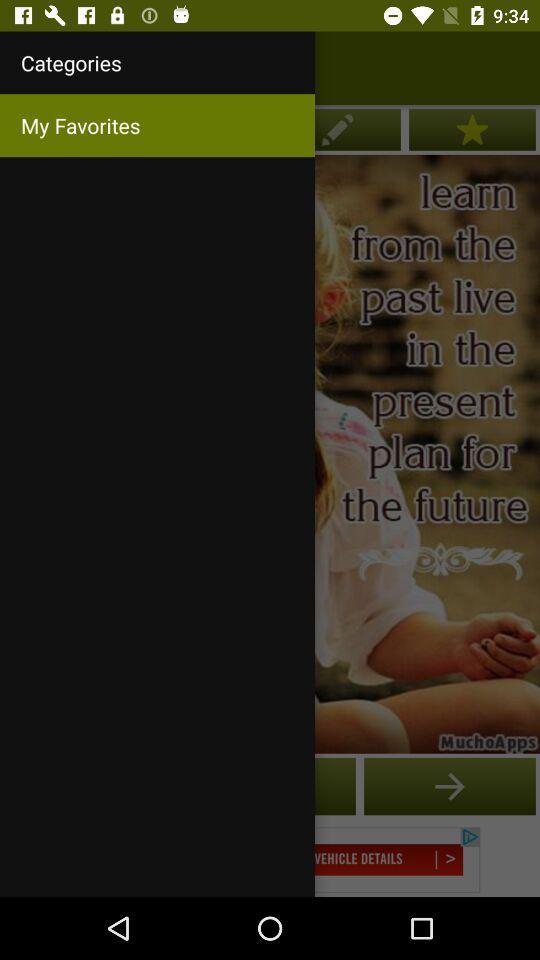  What do you see at coordinates (449, 786) in the screenshot?
I see `the add icon` at bounding box center [449, 786].